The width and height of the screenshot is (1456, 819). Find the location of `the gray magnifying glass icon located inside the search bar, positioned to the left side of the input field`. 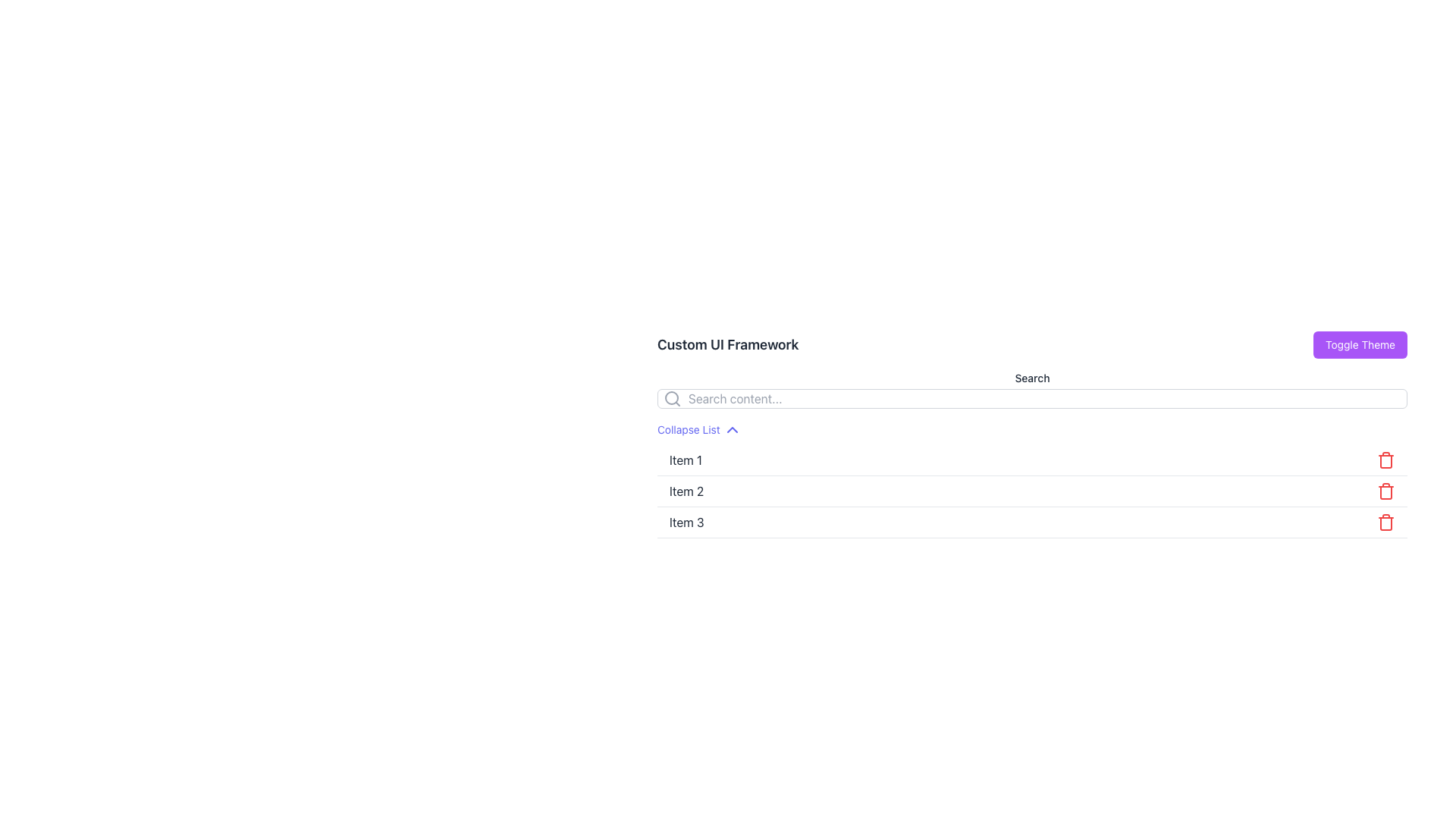

the gray magnifying glass icon located inside the search bar, positioned to the left side of the input field is located at coordinates (672, 397).